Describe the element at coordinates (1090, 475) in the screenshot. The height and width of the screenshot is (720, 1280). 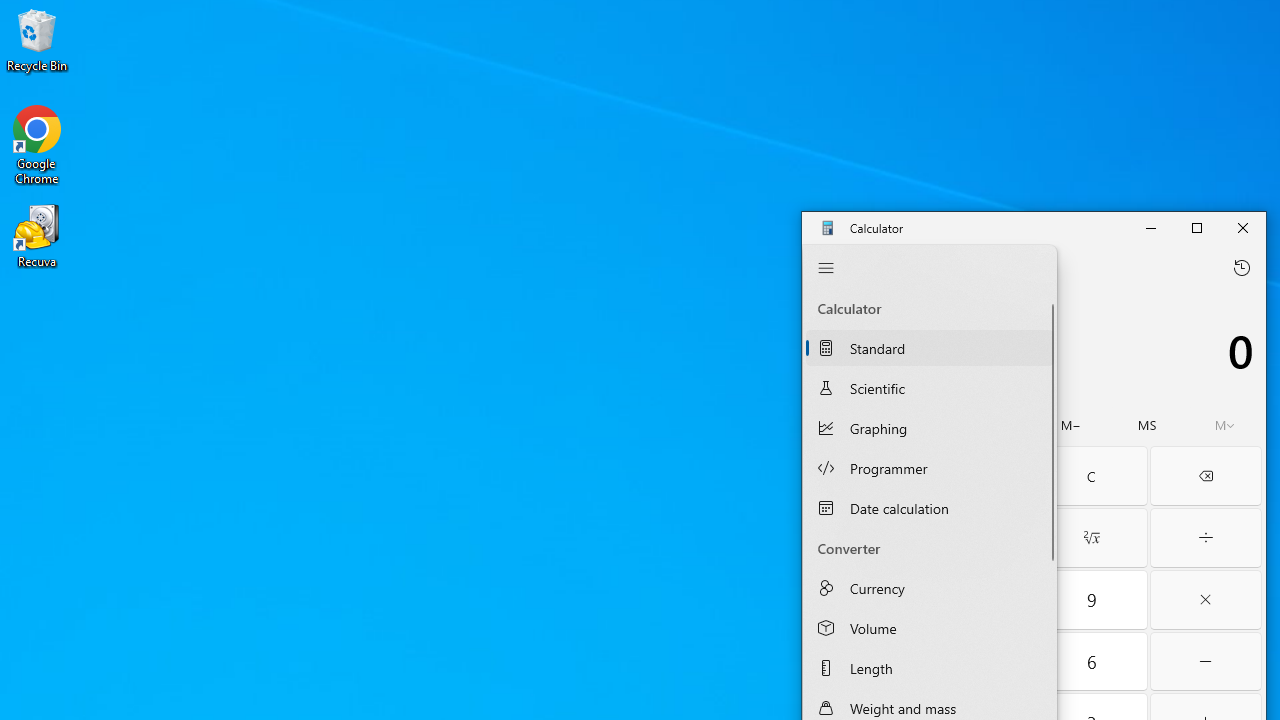
I see `'Clear'` at that location.